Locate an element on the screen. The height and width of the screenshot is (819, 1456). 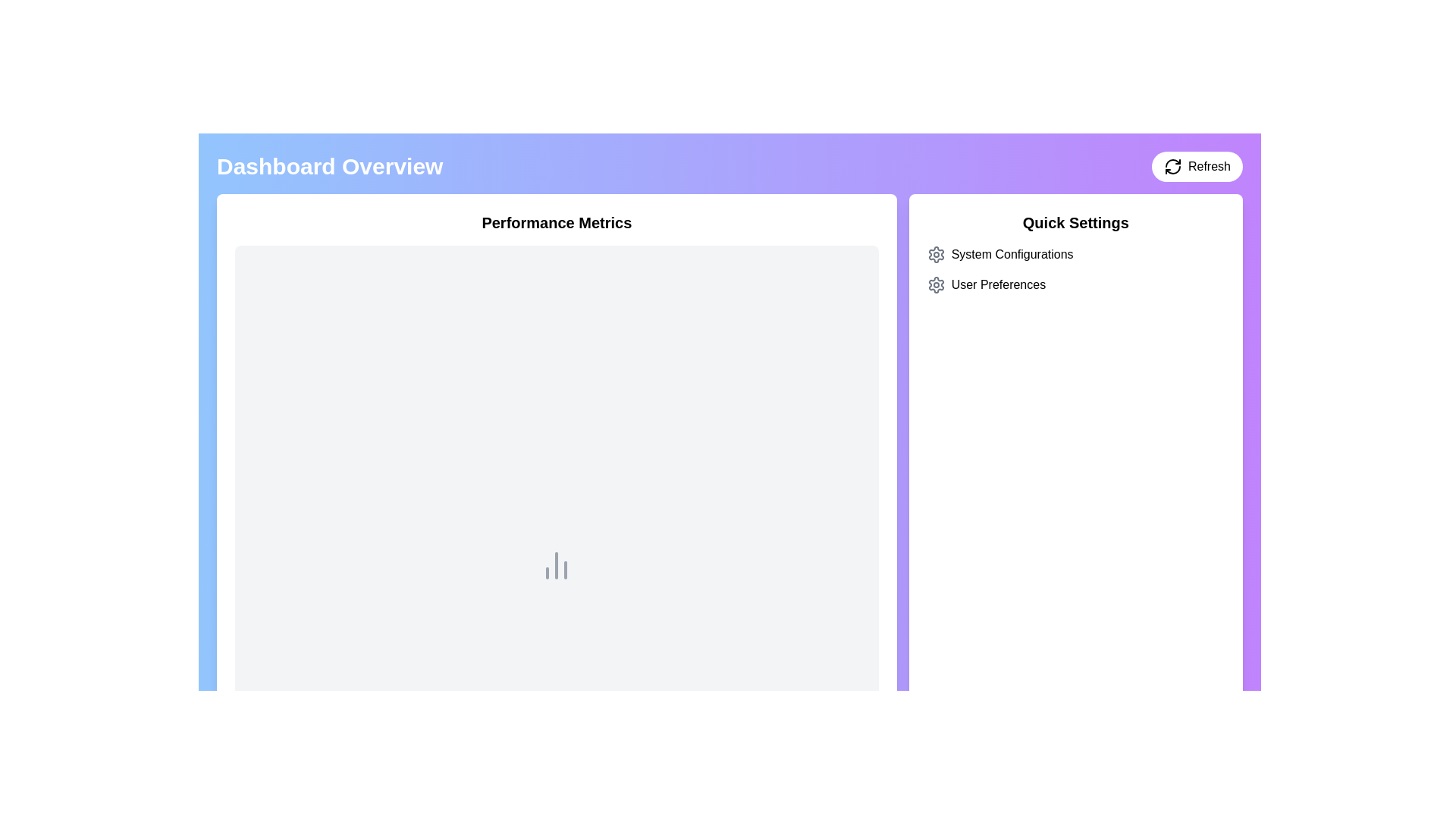
the 'User Preferences' label located under 'Quick Settings' in the vertical list is located at coordinates (998, 284).